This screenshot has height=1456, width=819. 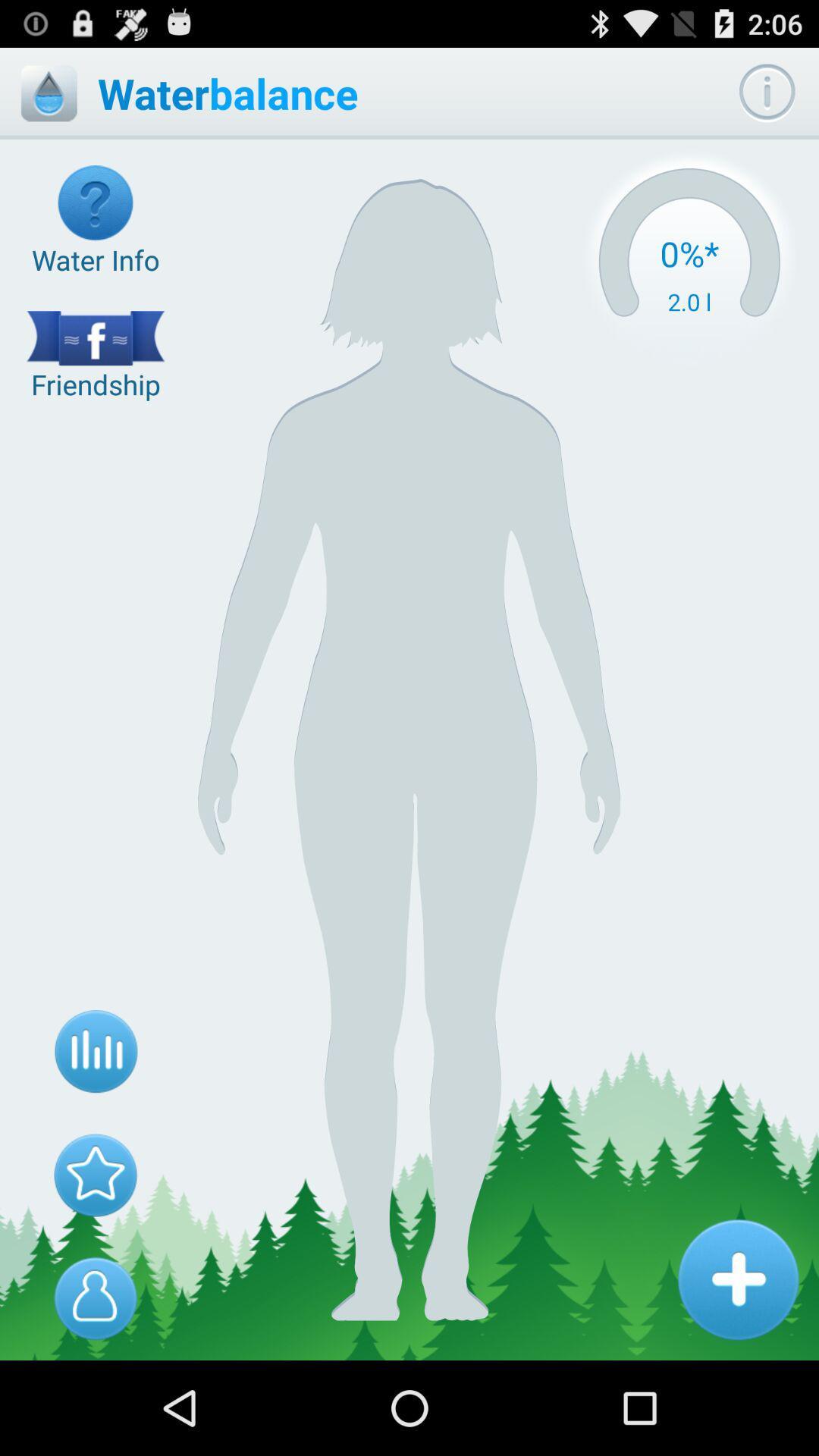 What do you see at coordinates (767, 93) in the screenshot?
I see `see options` at bounding box center [767, 93].